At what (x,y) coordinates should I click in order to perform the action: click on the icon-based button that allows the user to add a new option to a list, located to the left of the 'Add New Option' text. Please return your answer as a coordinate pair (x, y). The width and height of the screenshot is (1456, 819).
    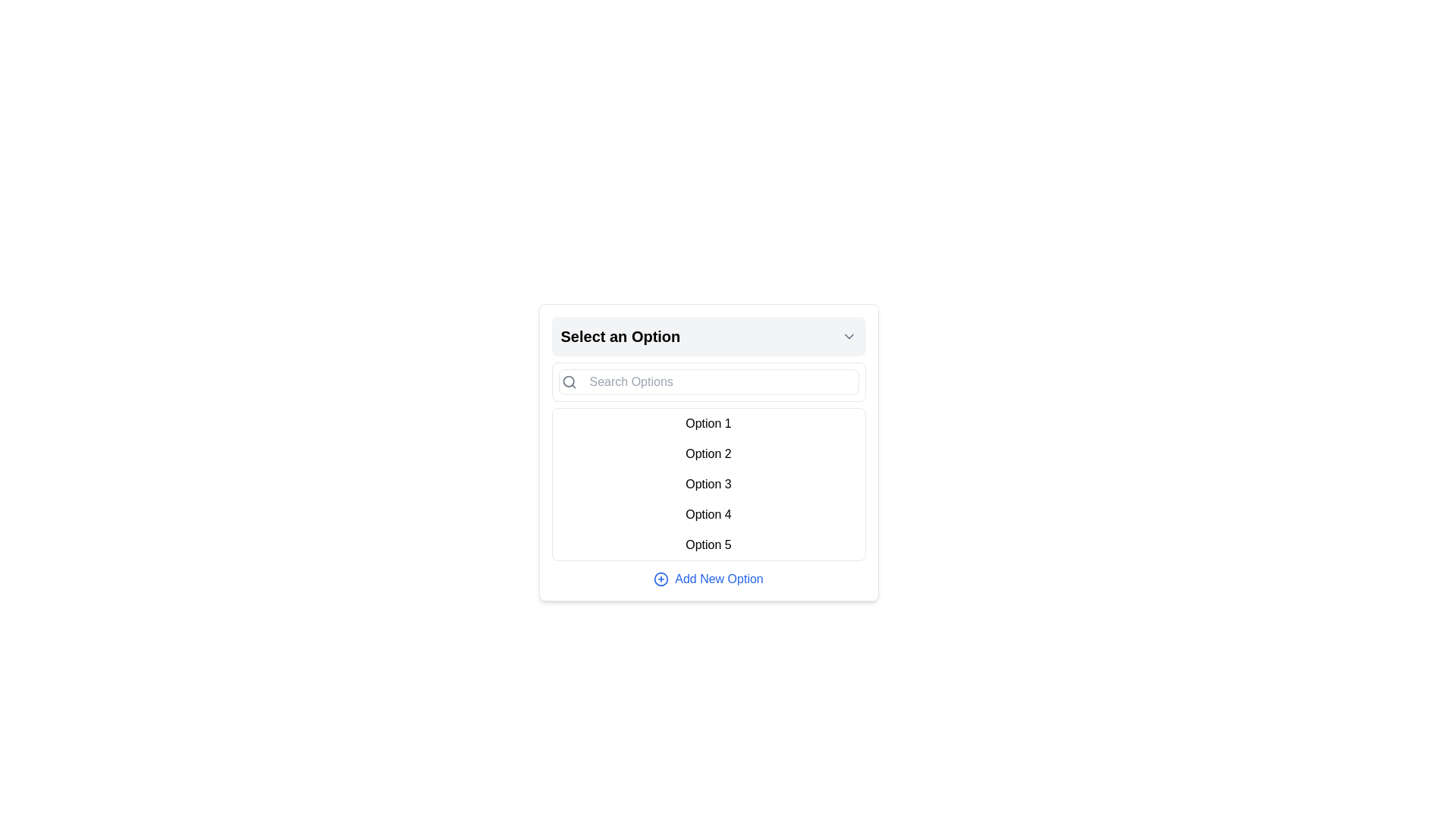
    Looking at the image, I should click on (661, 579).